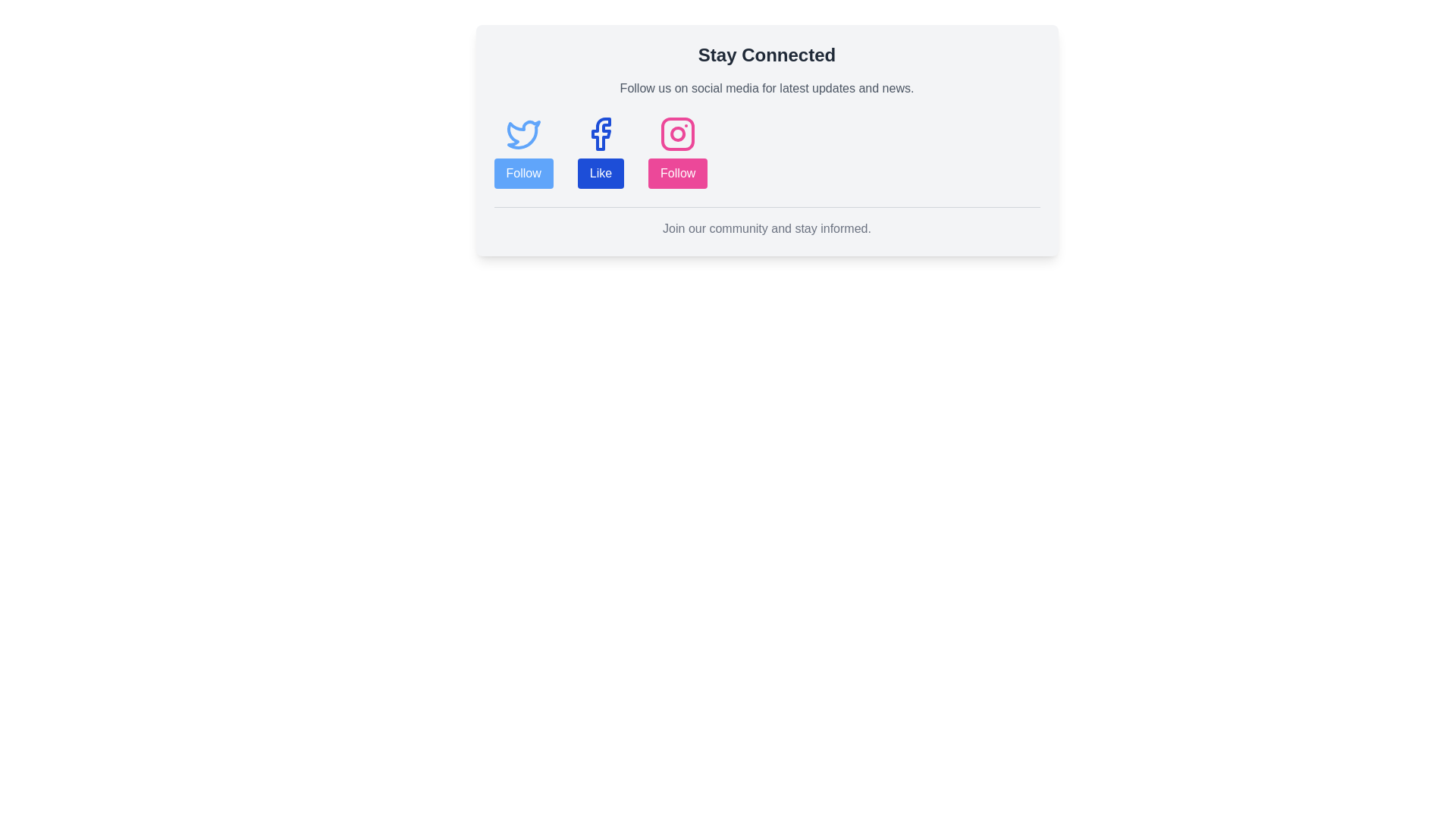  I want to click on the Like button for Facebook, which is positioned centrally between the Twitter Follow button and the Instagram Follow button, to like the page or post, so click(600, 152).